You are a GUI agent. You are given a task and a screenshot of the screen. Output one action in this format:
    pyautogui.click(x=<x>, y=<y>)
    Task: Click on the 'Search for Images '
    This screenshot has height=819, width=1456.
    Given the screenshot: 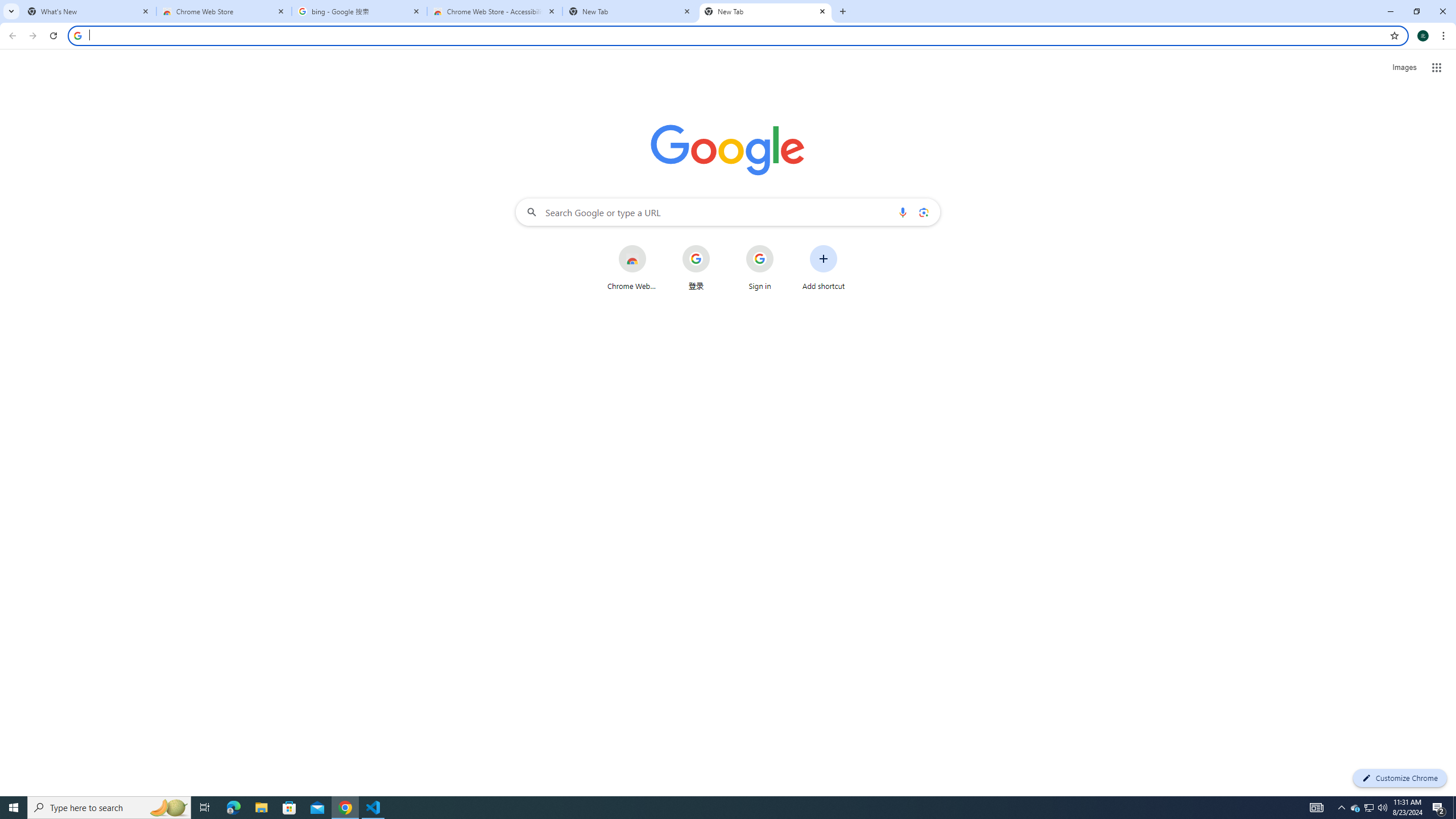 What is the action you would take?
    pyautogui.click(x=1404, y=67)
    